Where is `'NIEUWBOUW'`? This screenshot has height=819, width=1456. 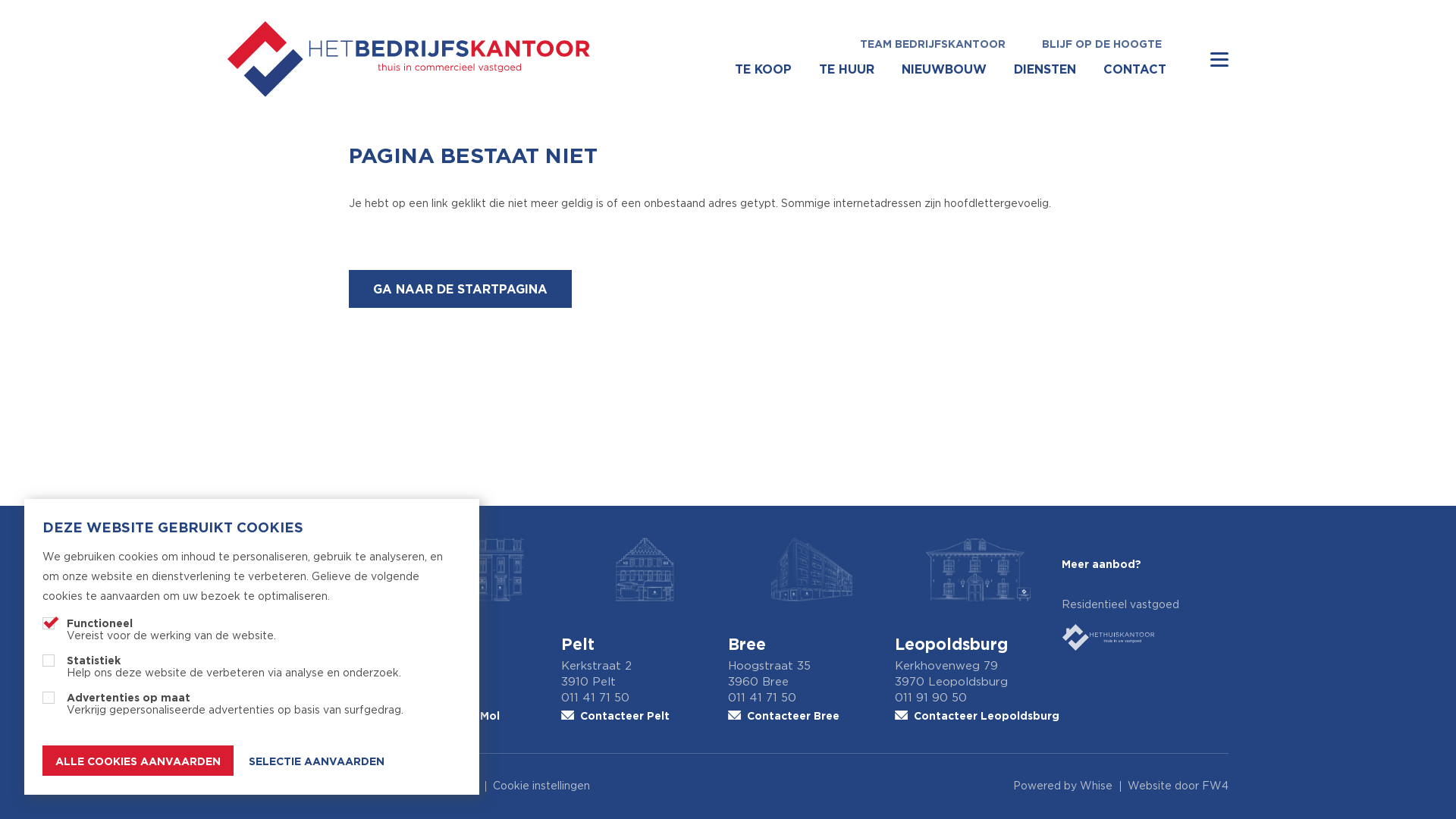
'NIEUWBOUW' is located at coordinates (943, 69).